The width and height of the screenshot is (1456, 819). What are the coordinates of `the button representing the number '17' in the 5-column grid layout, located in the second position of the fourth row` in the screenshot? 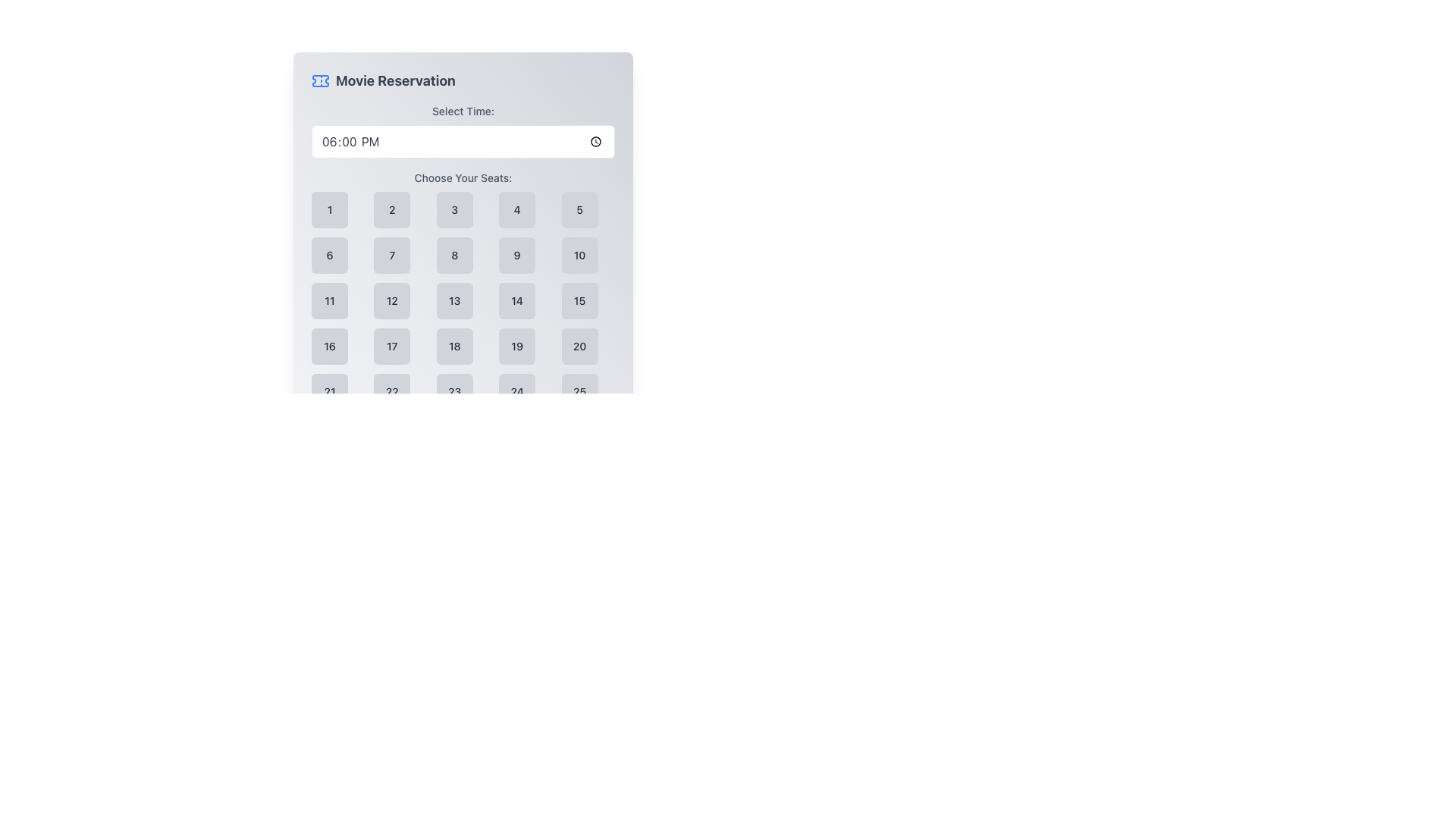 It's located at (392, 346).